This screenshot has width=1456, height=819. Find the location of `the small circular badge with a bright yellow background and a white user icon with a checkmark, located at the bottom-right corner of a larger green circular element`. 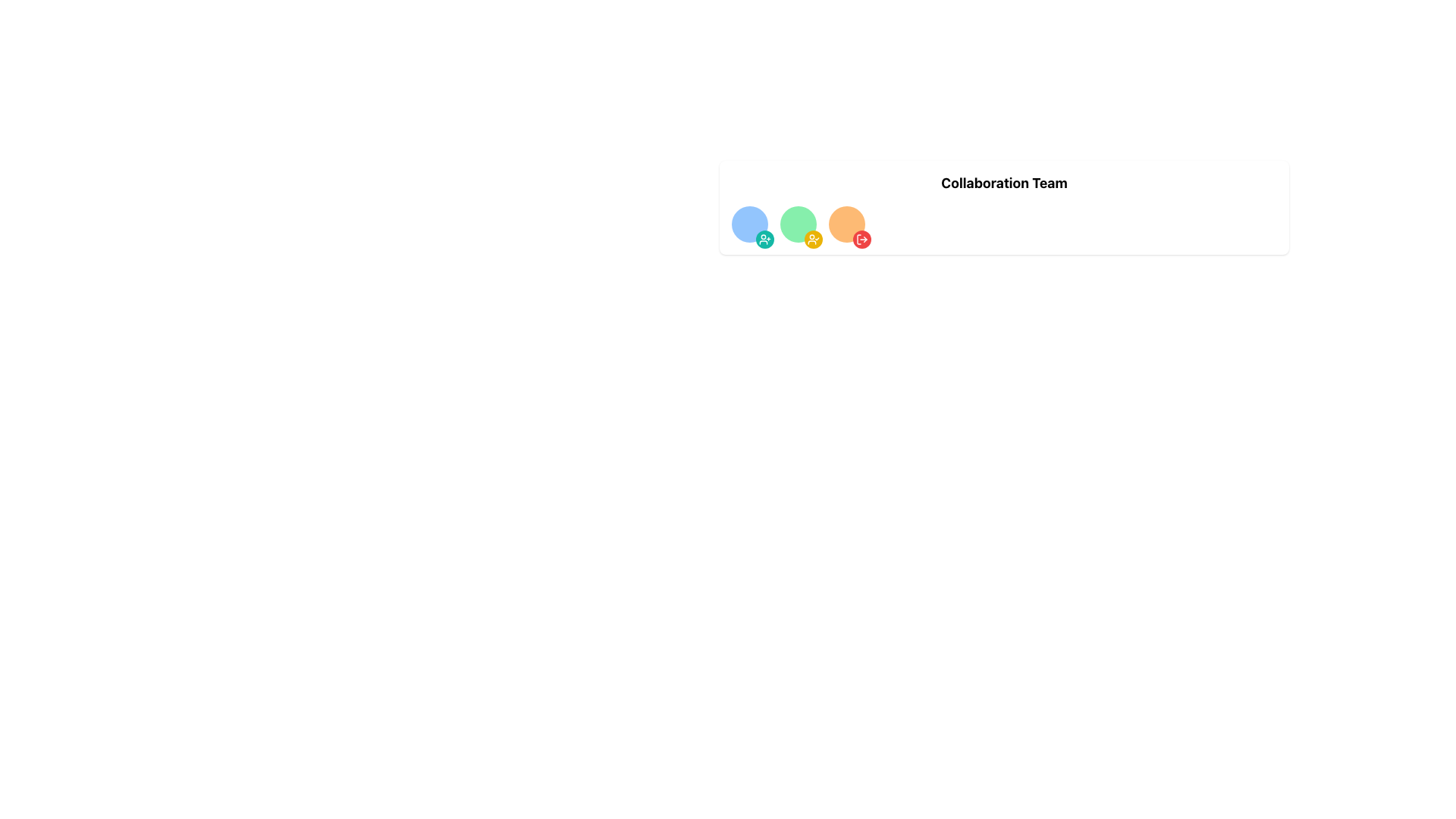

the small circular badge with a bright yellow background and a white user icon with a checkmark, located at the bottom-right corner of a larger green circular element is located at coordinates (813, 239).